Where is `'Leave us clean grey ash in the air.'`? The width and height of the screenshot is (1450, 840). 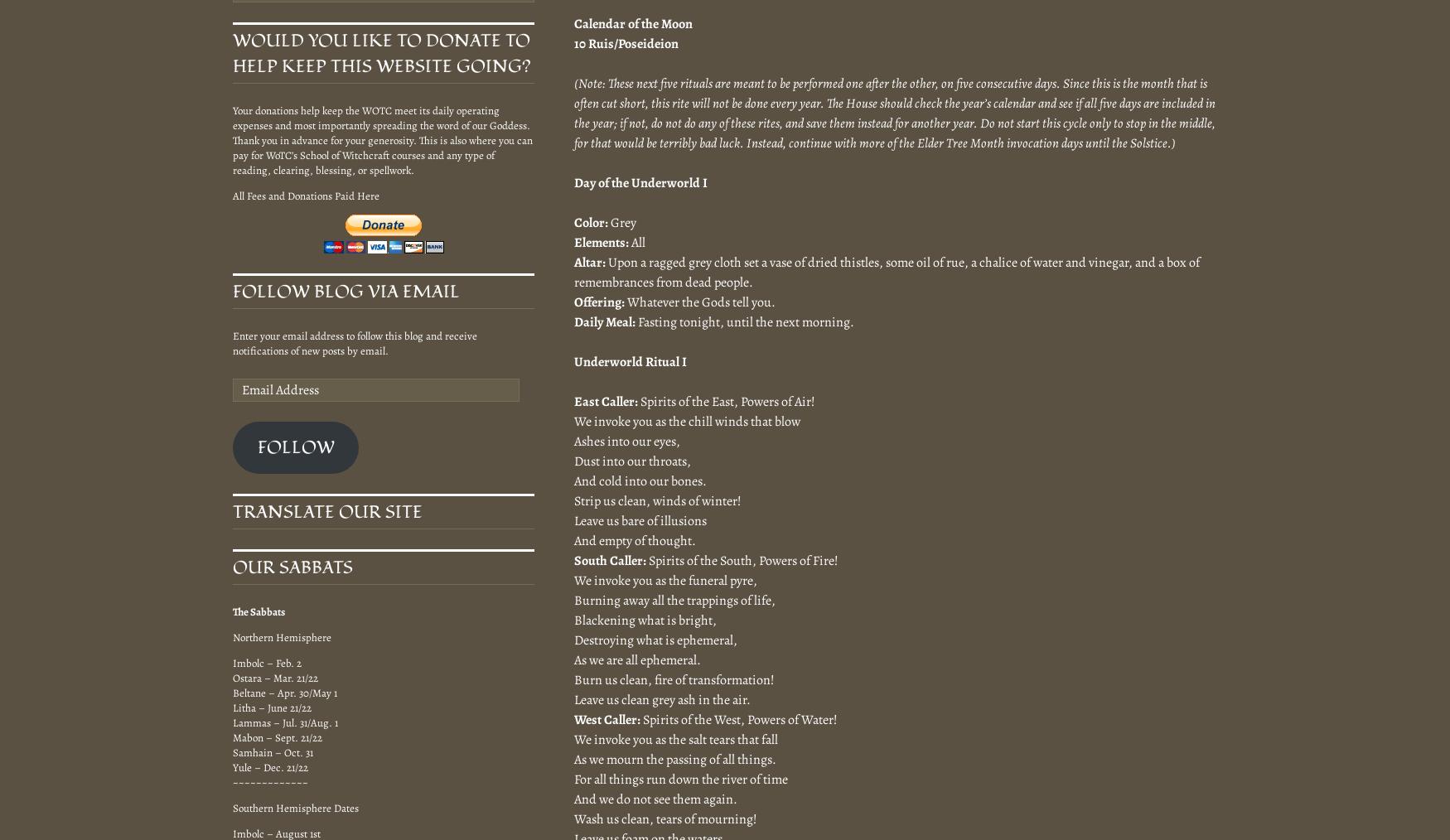 'Leave us clean grey ash in the air.' is located at coordinates (574, 698).